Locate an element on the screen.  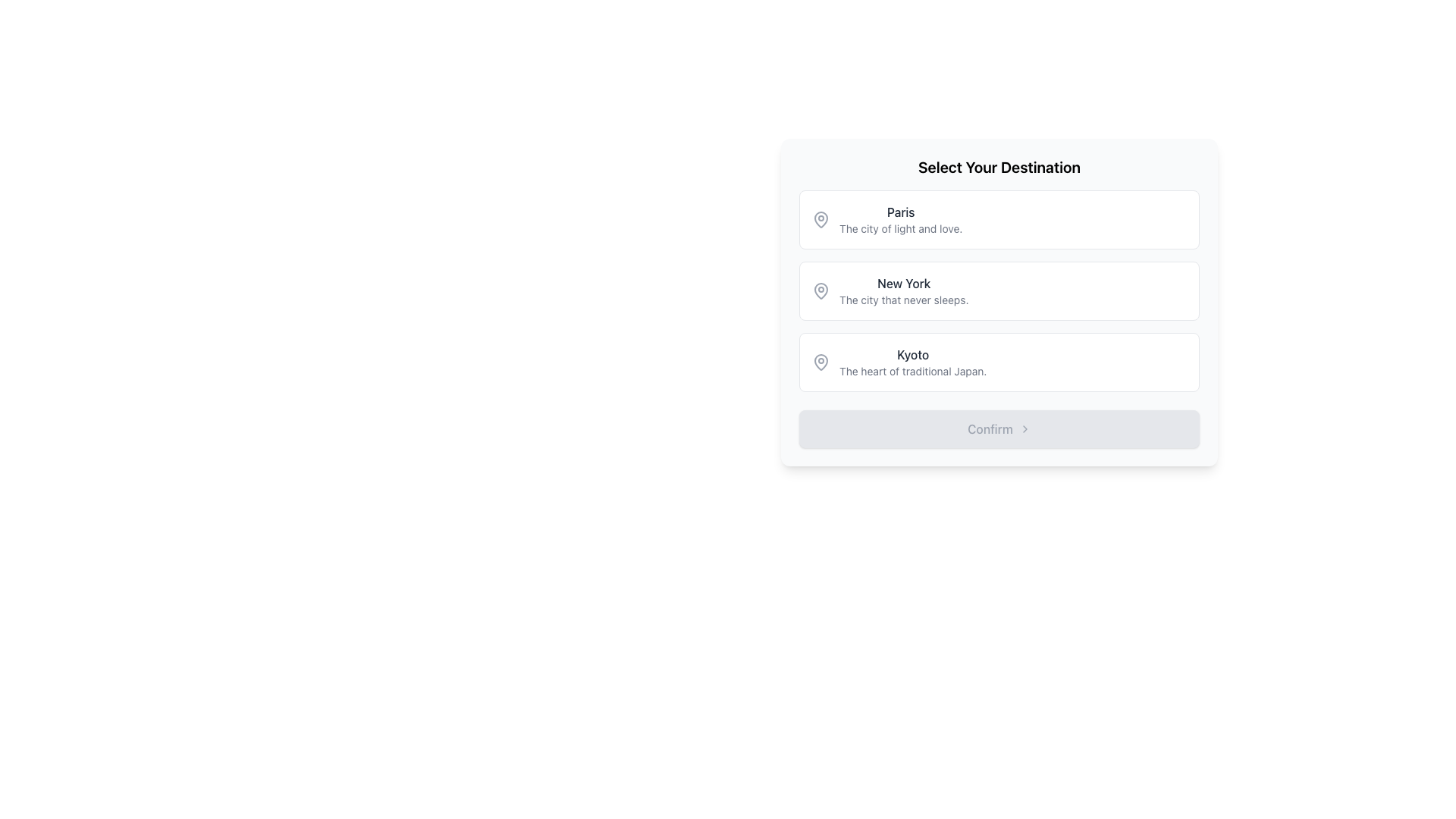
text block displaying 'Kyoto' with the subtitle 'The heart of traditional Japan.' located in the third option of the 'Select Your Destination' list is located at coordinates (912, 362).